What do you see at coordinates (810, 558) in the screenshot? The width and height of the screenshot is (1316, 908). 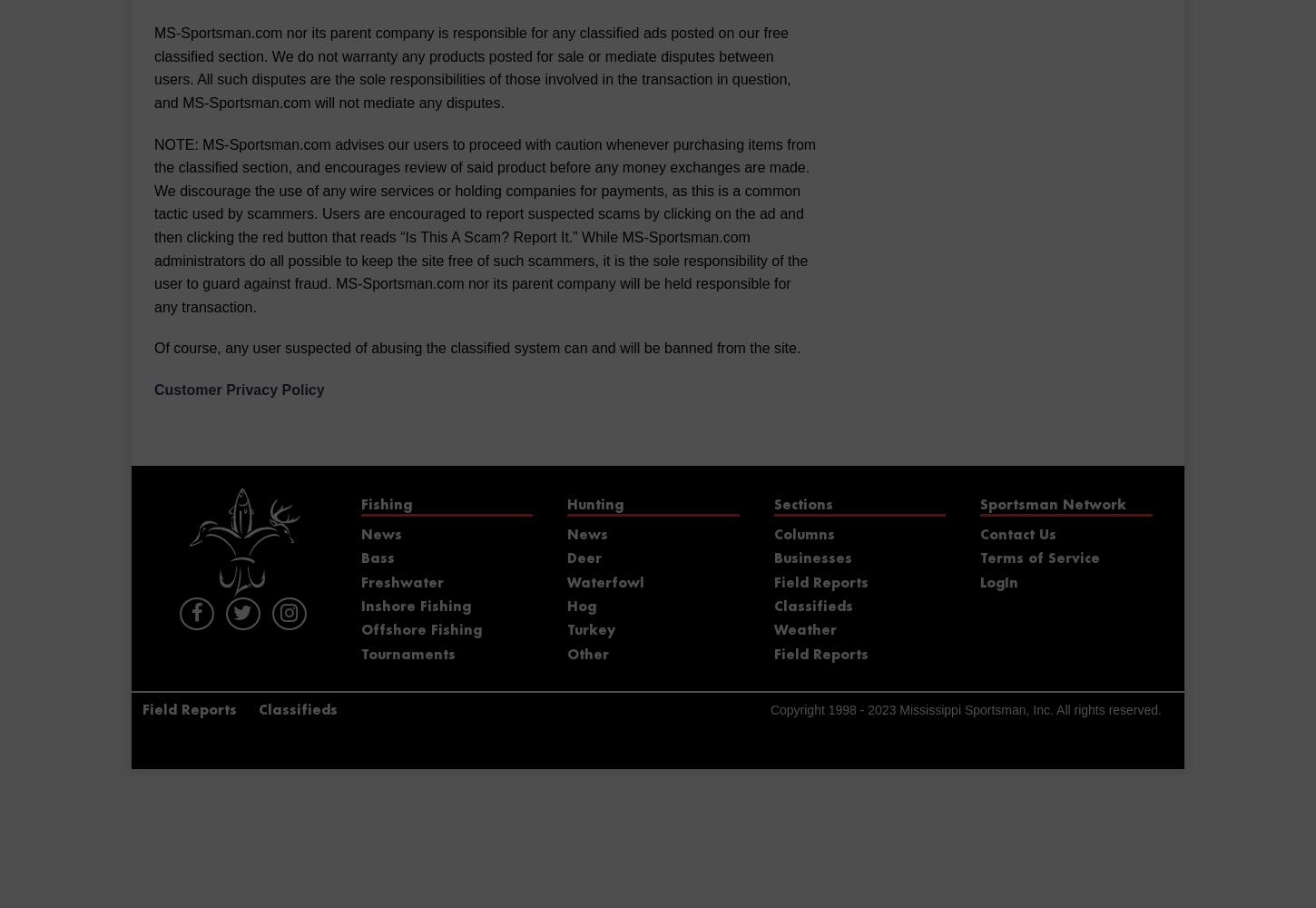 I see `'Businesses'` at bounding box center [810, 558].